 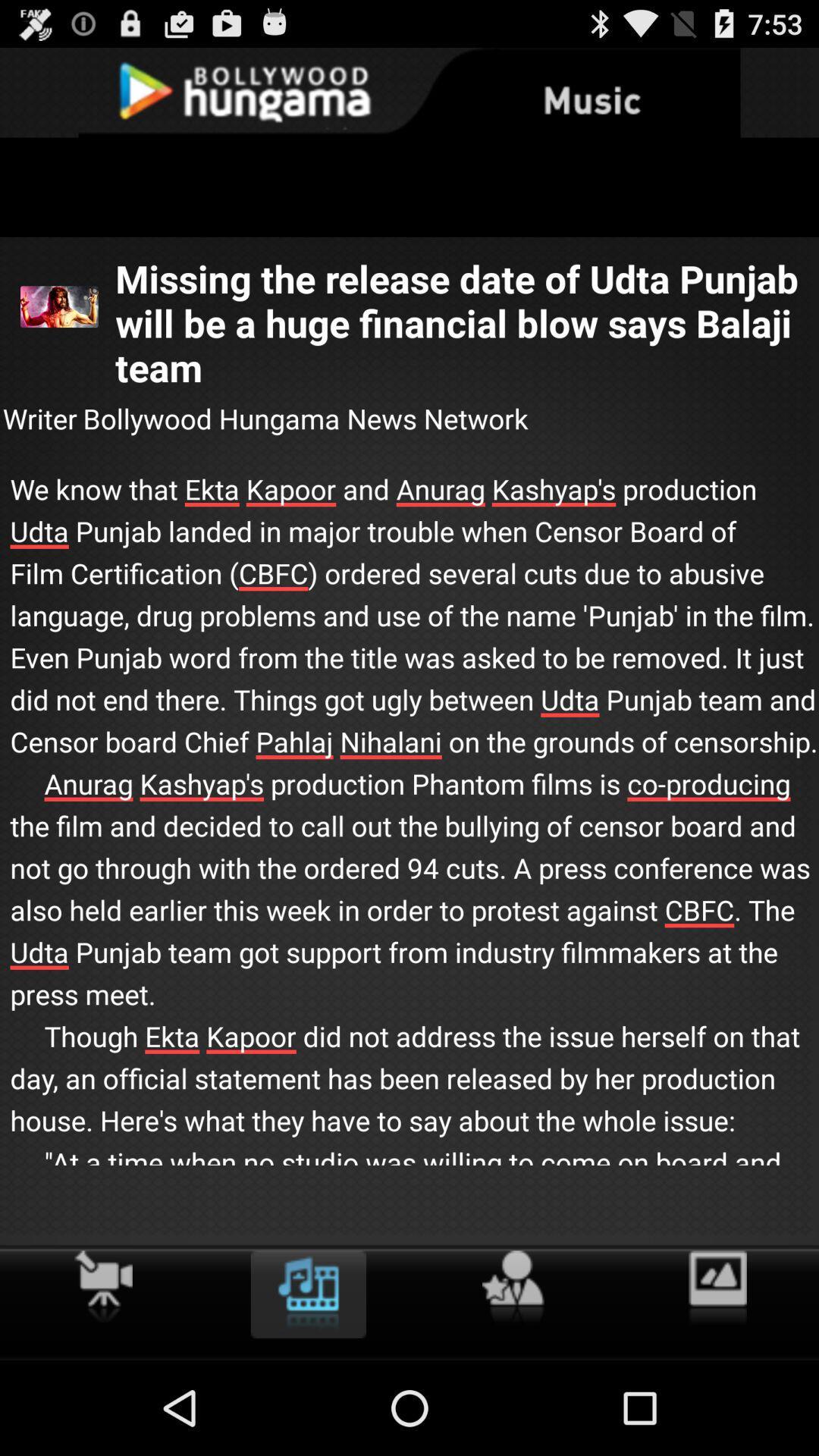 I want to click on the icon below writer icon, so click(x=409, y=842).